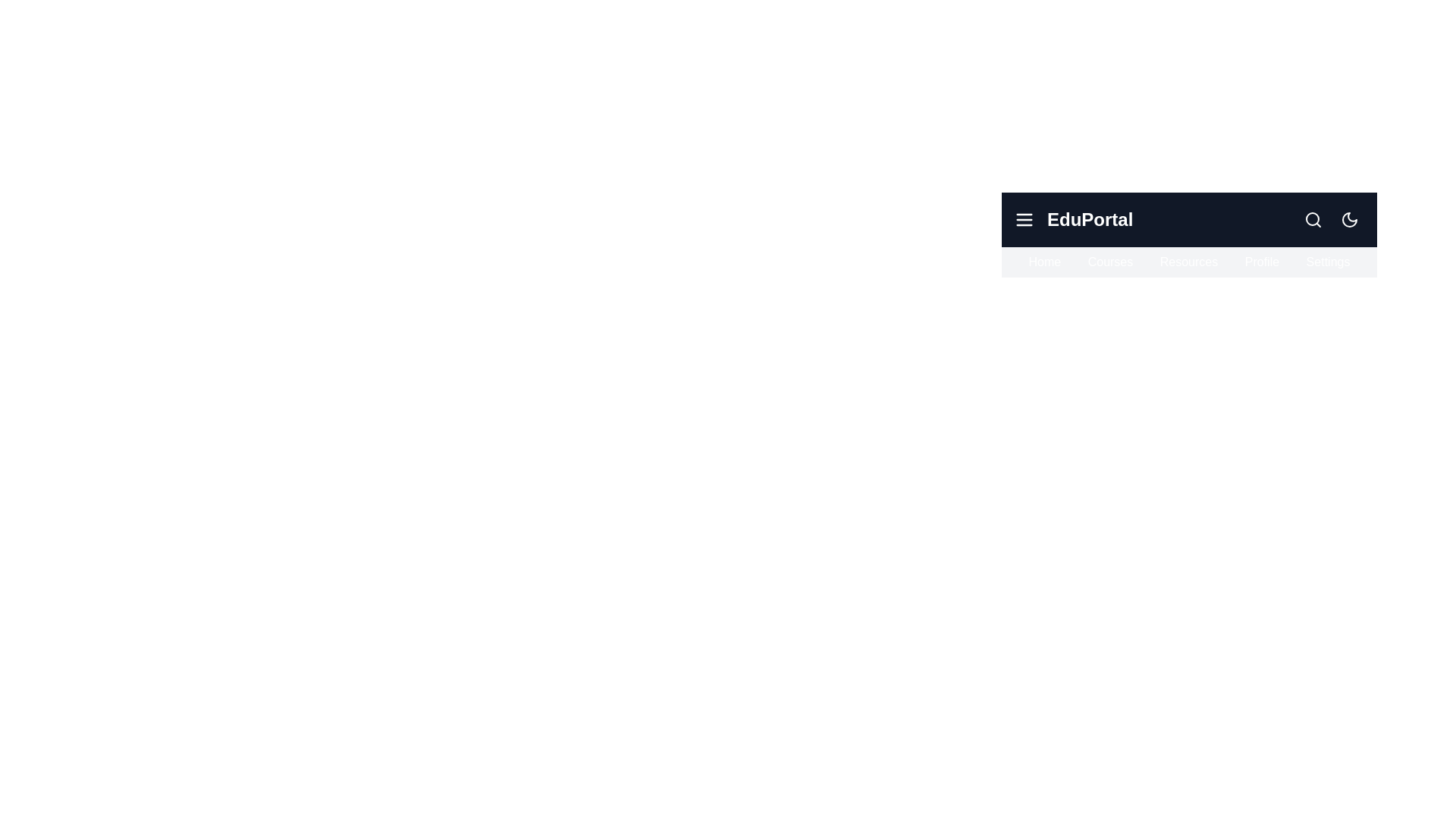 The image size is (1456, 819). Describe the element at coordinates (1327, 262) in the screenshot. I see `the navigation item Settings to highlight it` at that location.